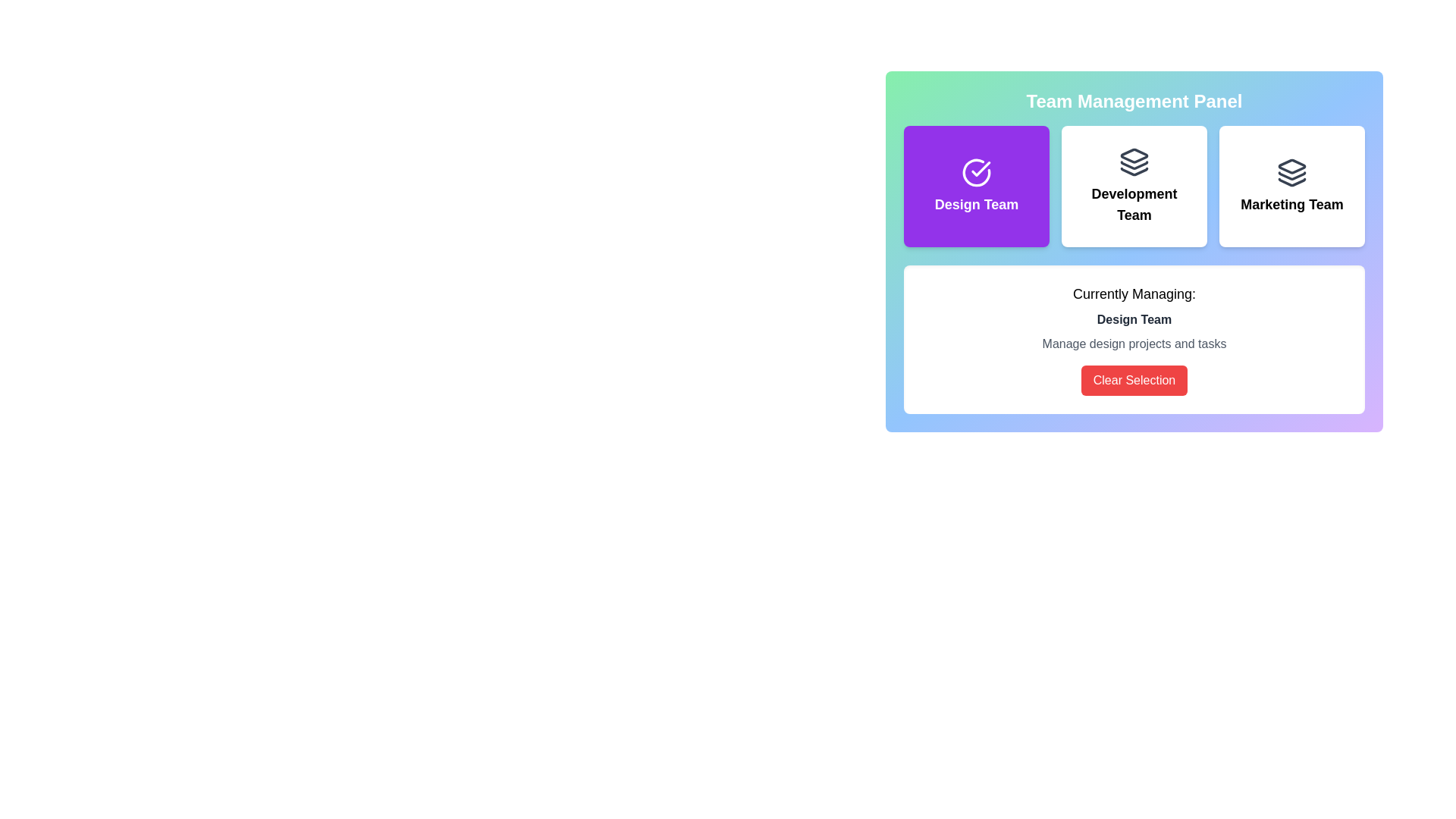  I want to click on the 'Development Team' button located in the middle of the three buttons under the 'Team Management Panel', so click(1134, 186).